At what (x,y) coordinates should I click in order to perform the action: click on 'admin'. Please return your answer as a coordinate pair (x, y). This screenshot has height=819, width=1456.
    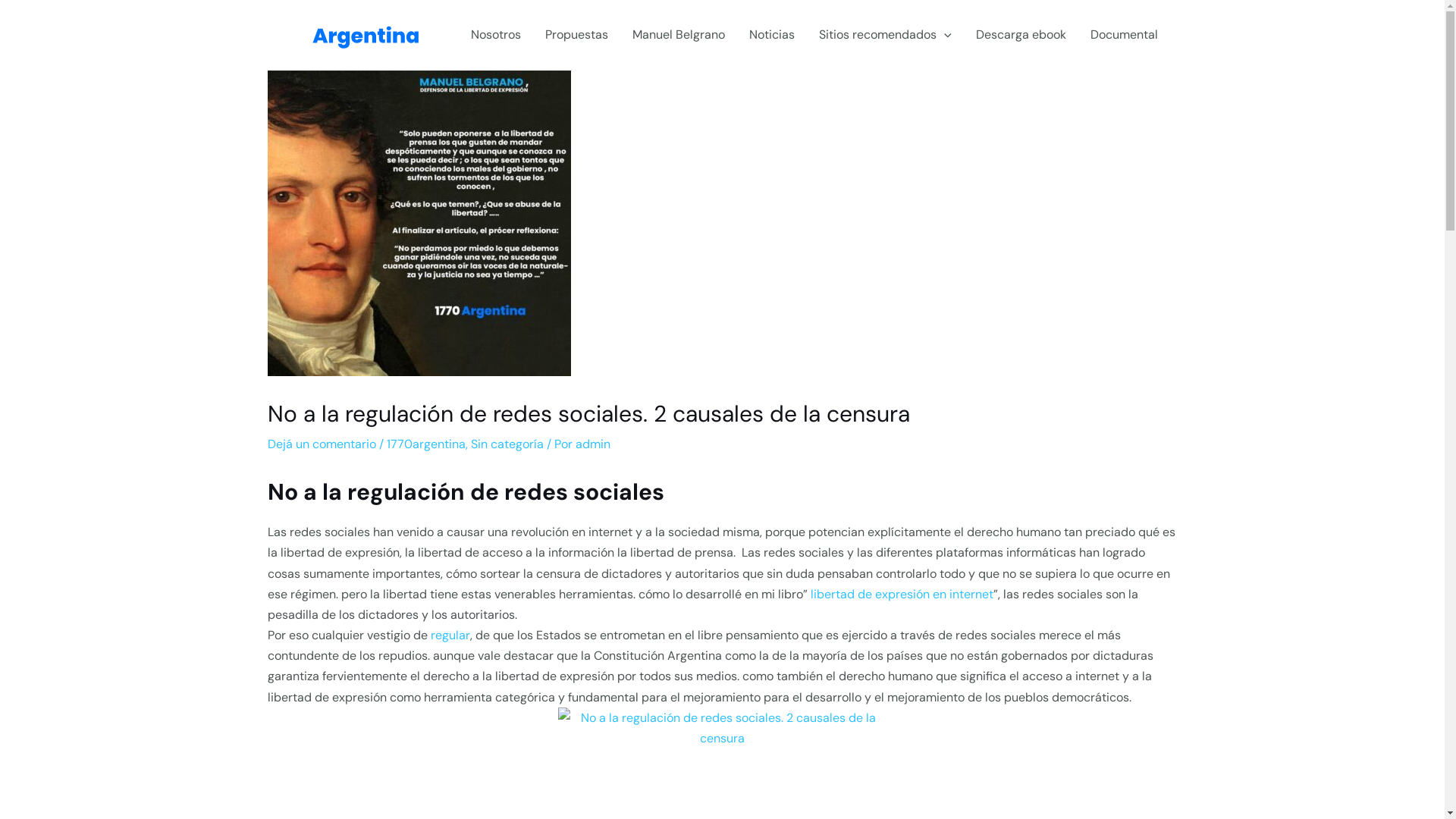
    Looking at the image, I should click on (591, 444).